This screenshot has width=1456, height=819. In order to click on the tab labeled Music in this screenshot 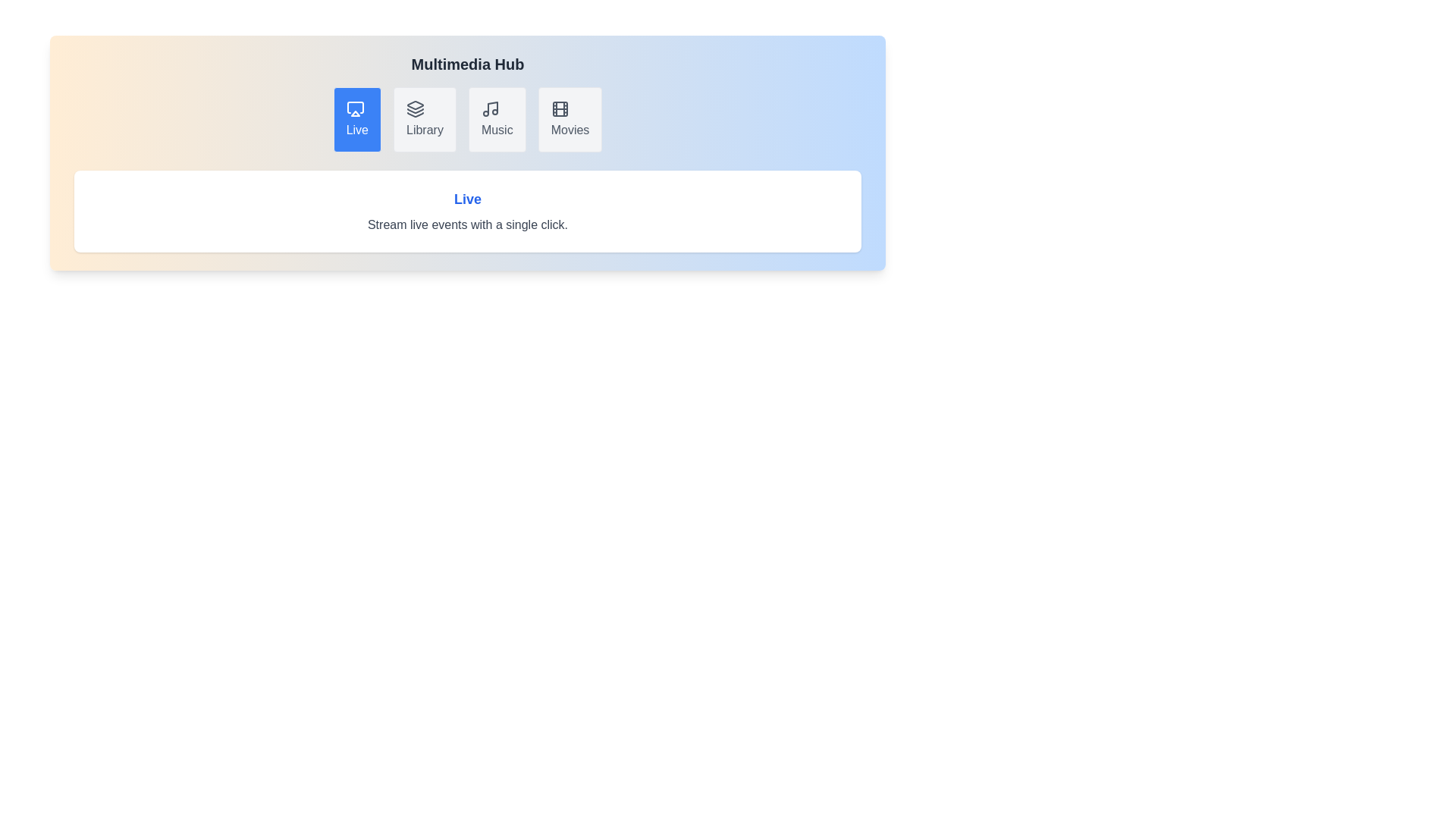, I will do `click(496, 119)`.